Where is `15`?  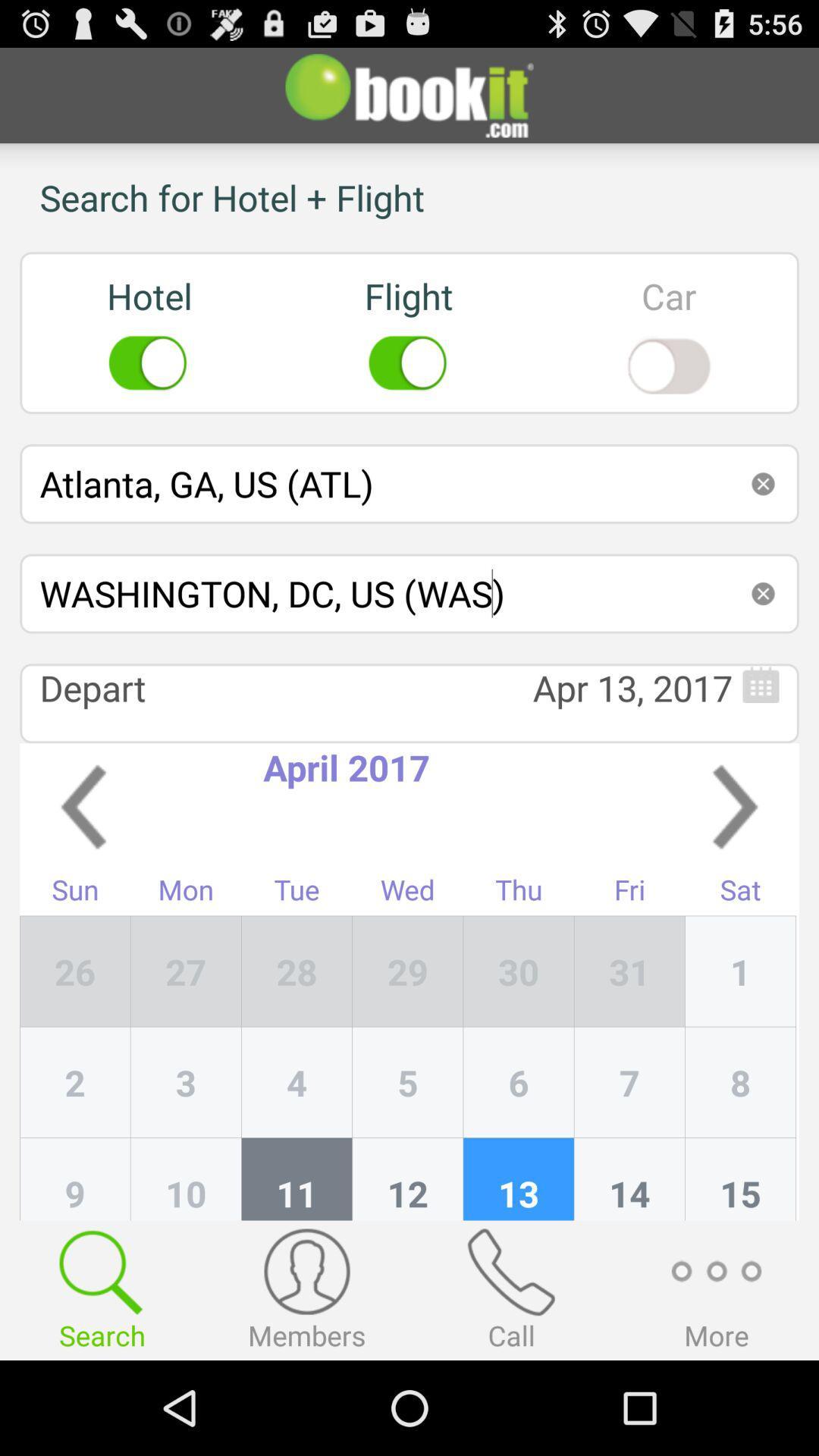
15 is located at coordinates (739, 1178).